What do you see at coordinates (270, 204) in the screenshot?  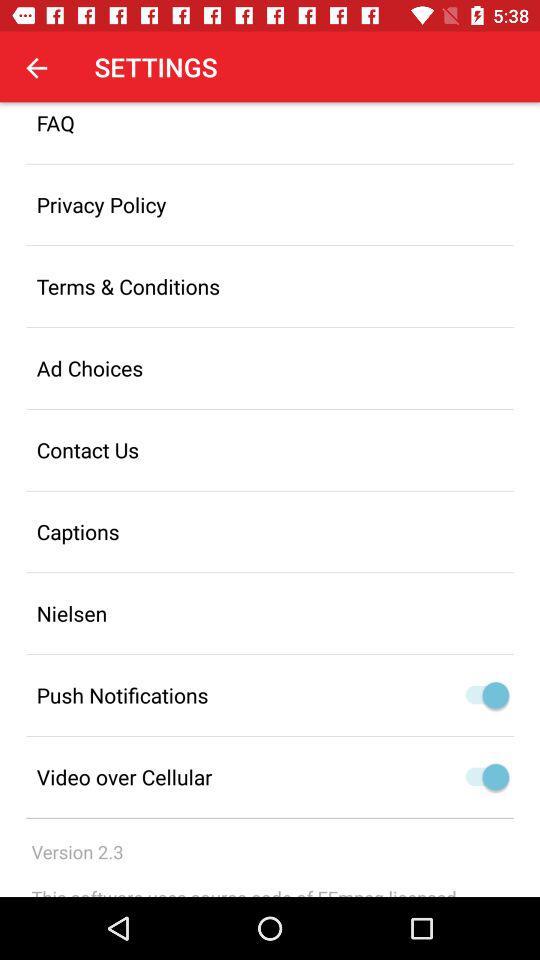 I see `the item below the faq item` at bounding box center [270, 204].